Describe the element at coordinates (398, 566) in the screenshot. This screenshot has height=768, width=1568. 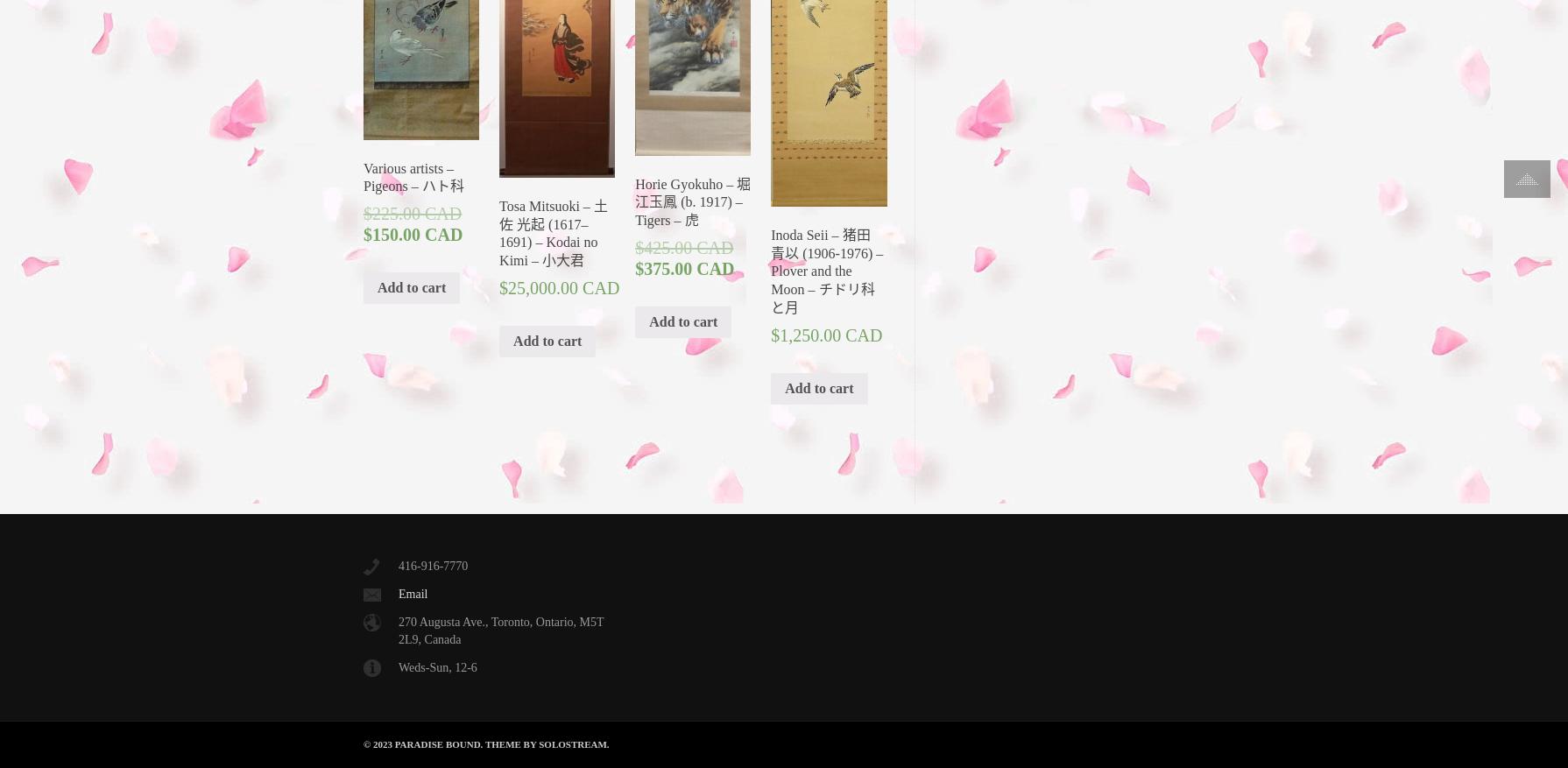
I see `'416-916-7770'` at that location.